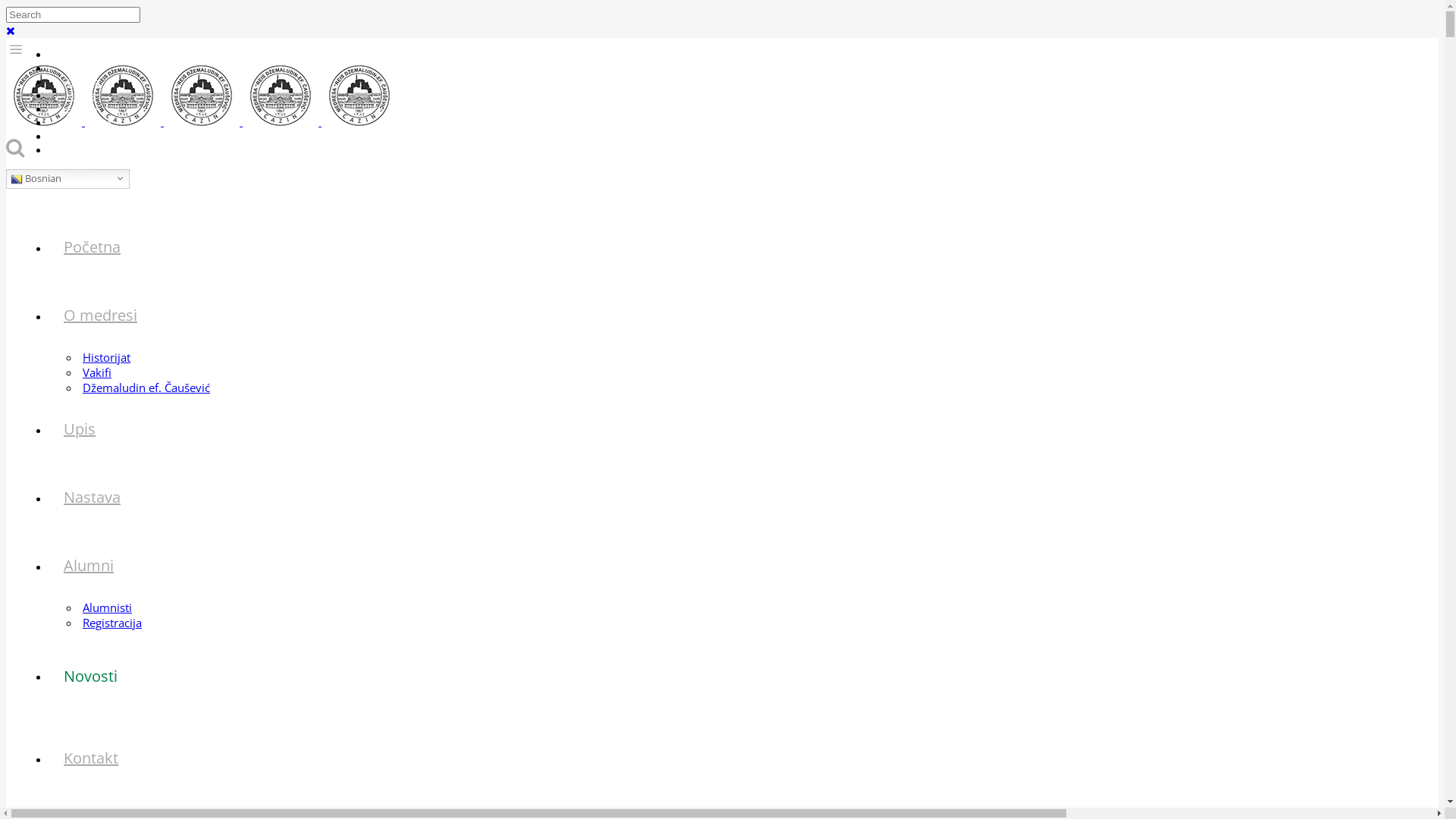 The width and height of the screenshot is (1456, 819). Describe the element at coordinates (111, 623) in the screenshot. I see `'Registracija'` at that location.